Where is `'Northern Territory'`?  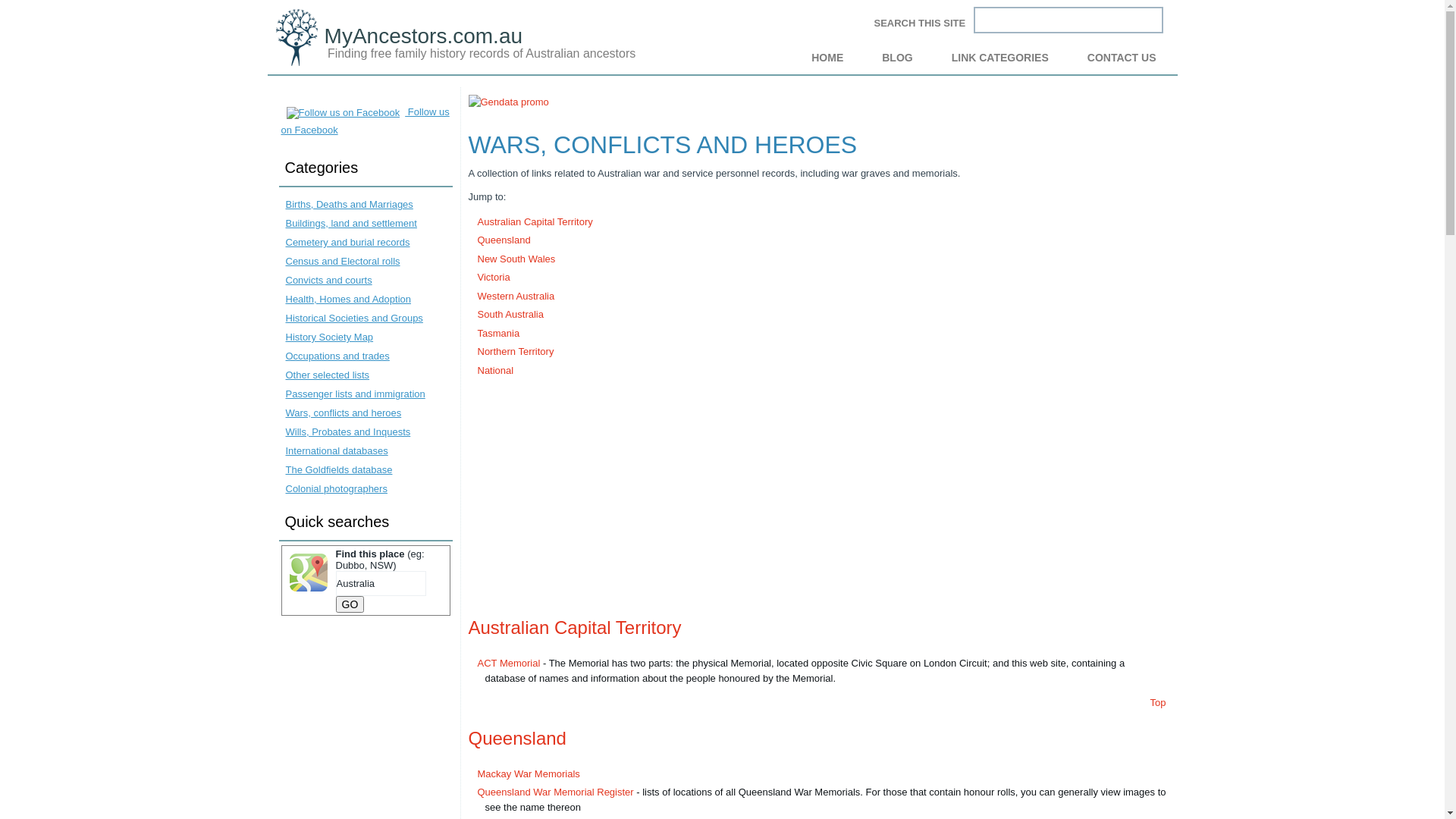 'Northern Territory' is located at coordinates (516, 351).